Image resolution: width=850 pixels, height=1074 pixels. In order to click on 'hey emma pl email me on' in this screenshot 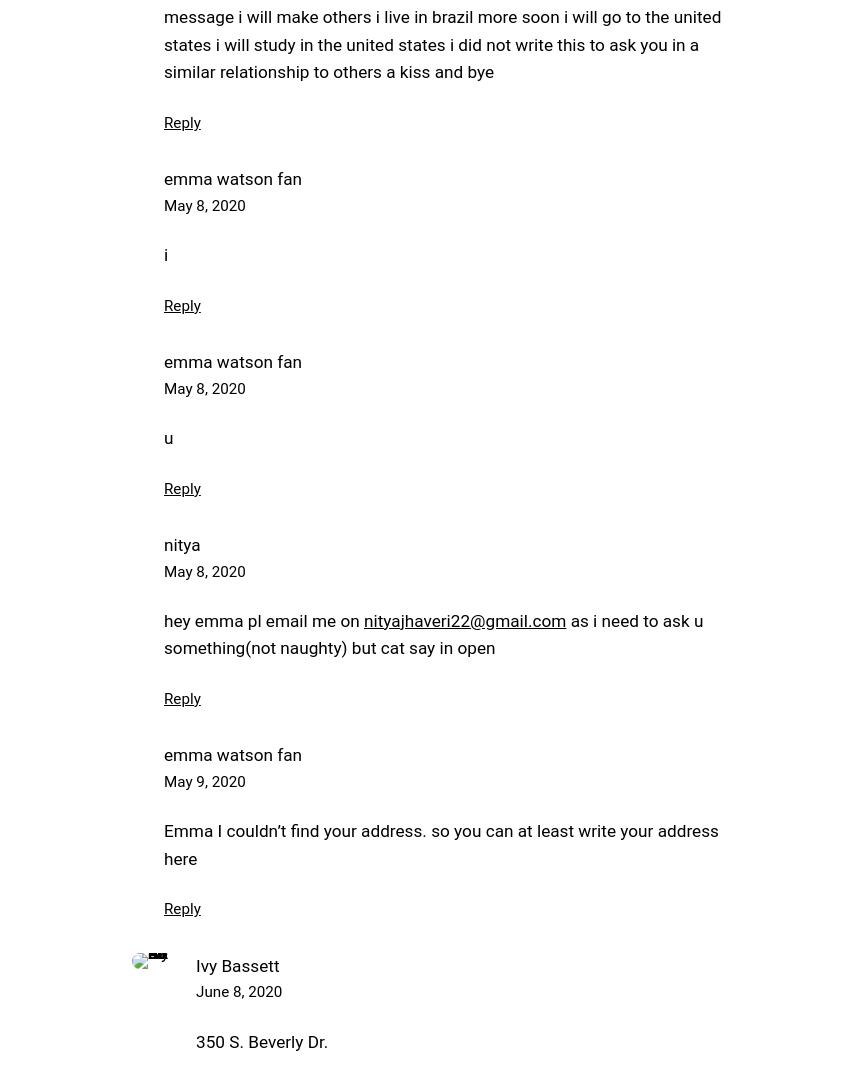, I will do `click(163, 620)`.